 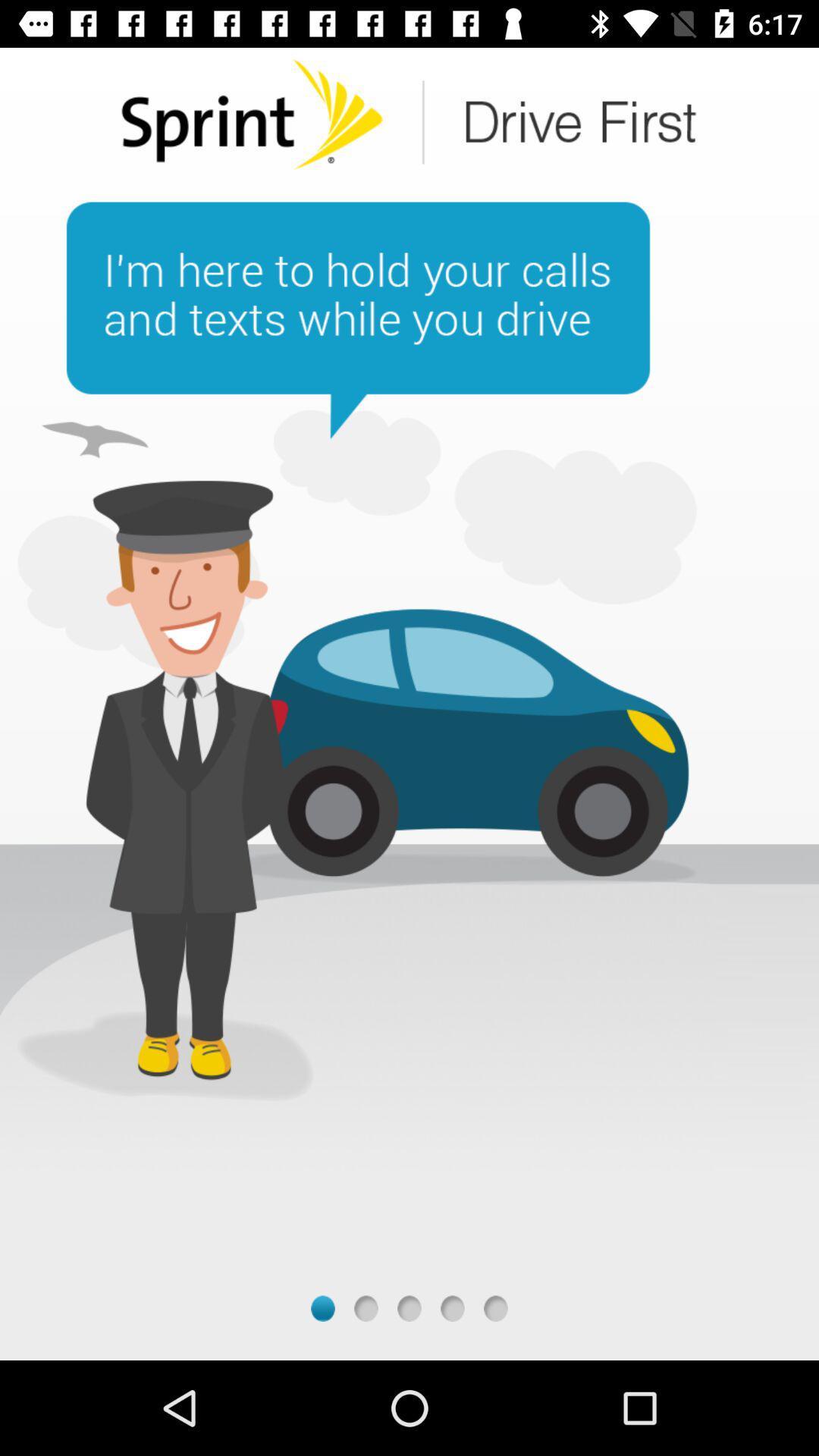 I want to click on next screen, so click(x=322, y=1307).